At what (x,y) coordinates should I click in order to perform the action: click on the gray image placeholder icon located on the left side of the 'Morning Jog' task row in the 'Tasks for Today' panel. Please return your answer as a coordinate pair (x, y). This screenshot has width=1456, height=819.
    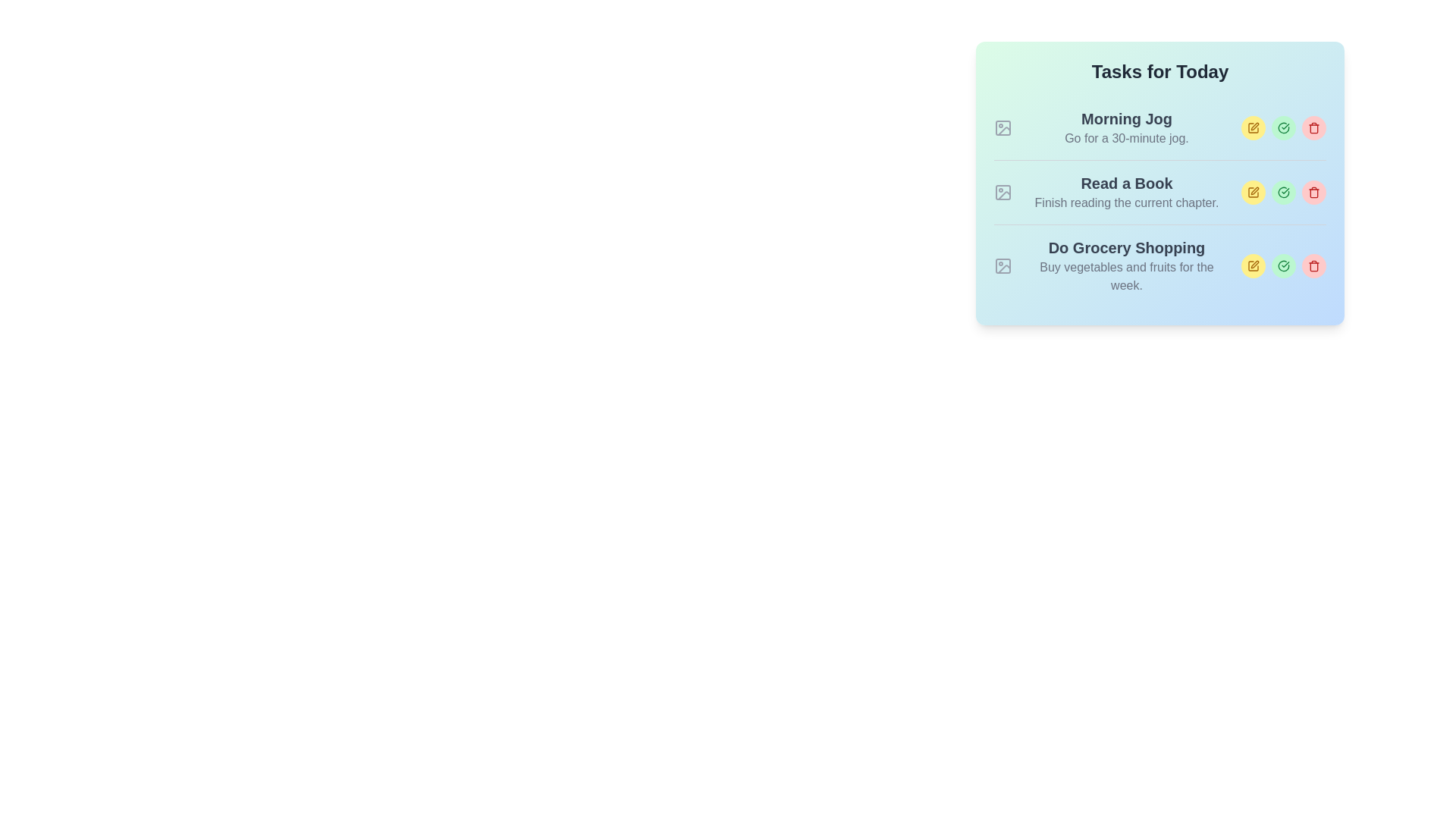
    Looking at the image, I should click on (1003, 127).